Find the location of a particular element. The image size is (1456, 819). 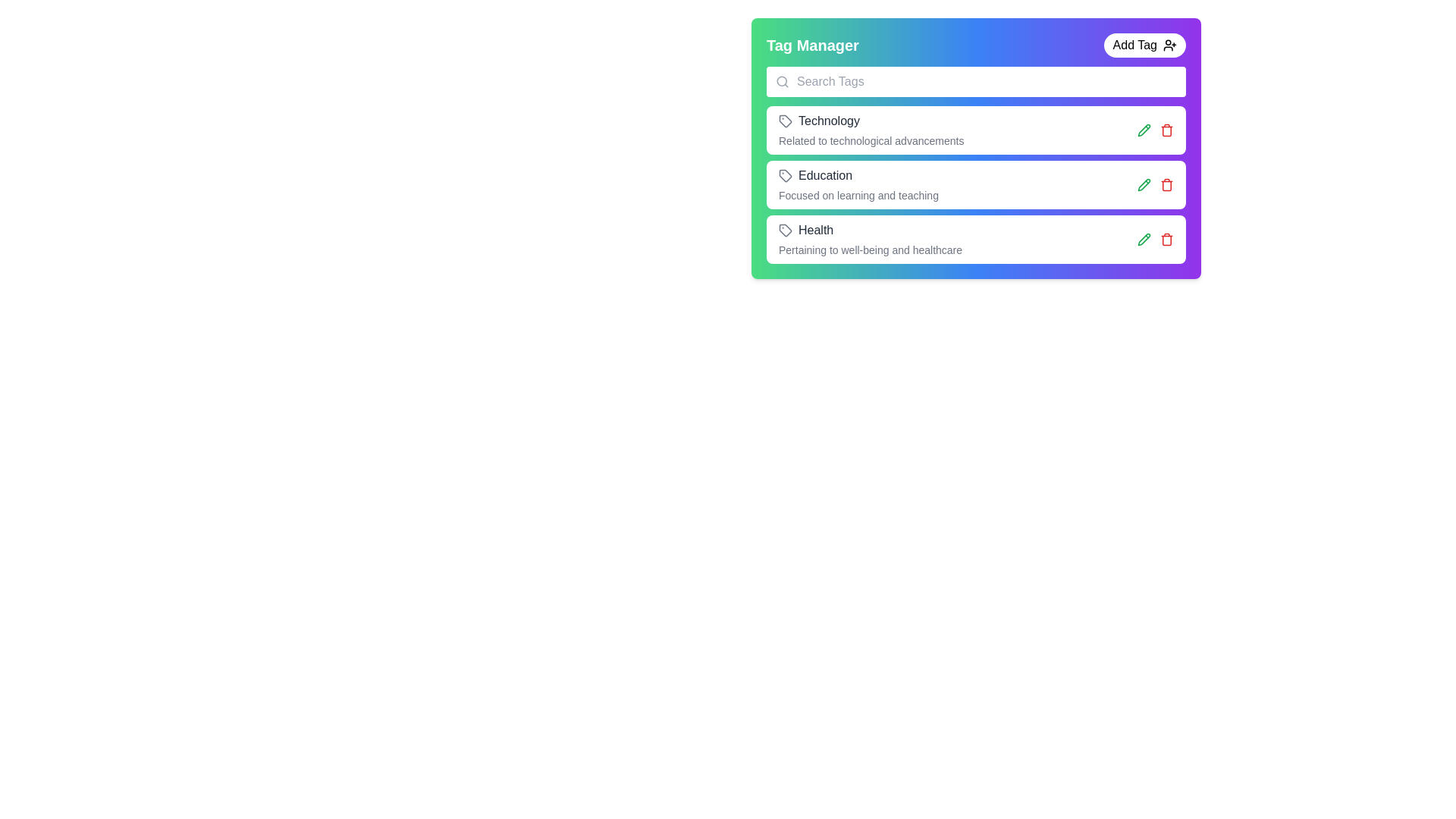

the education label located in the Tag Manager interface, positioned under 'Technology' and above 'Health', with an accompanying icon on its left is located at coordinates (824, 174).